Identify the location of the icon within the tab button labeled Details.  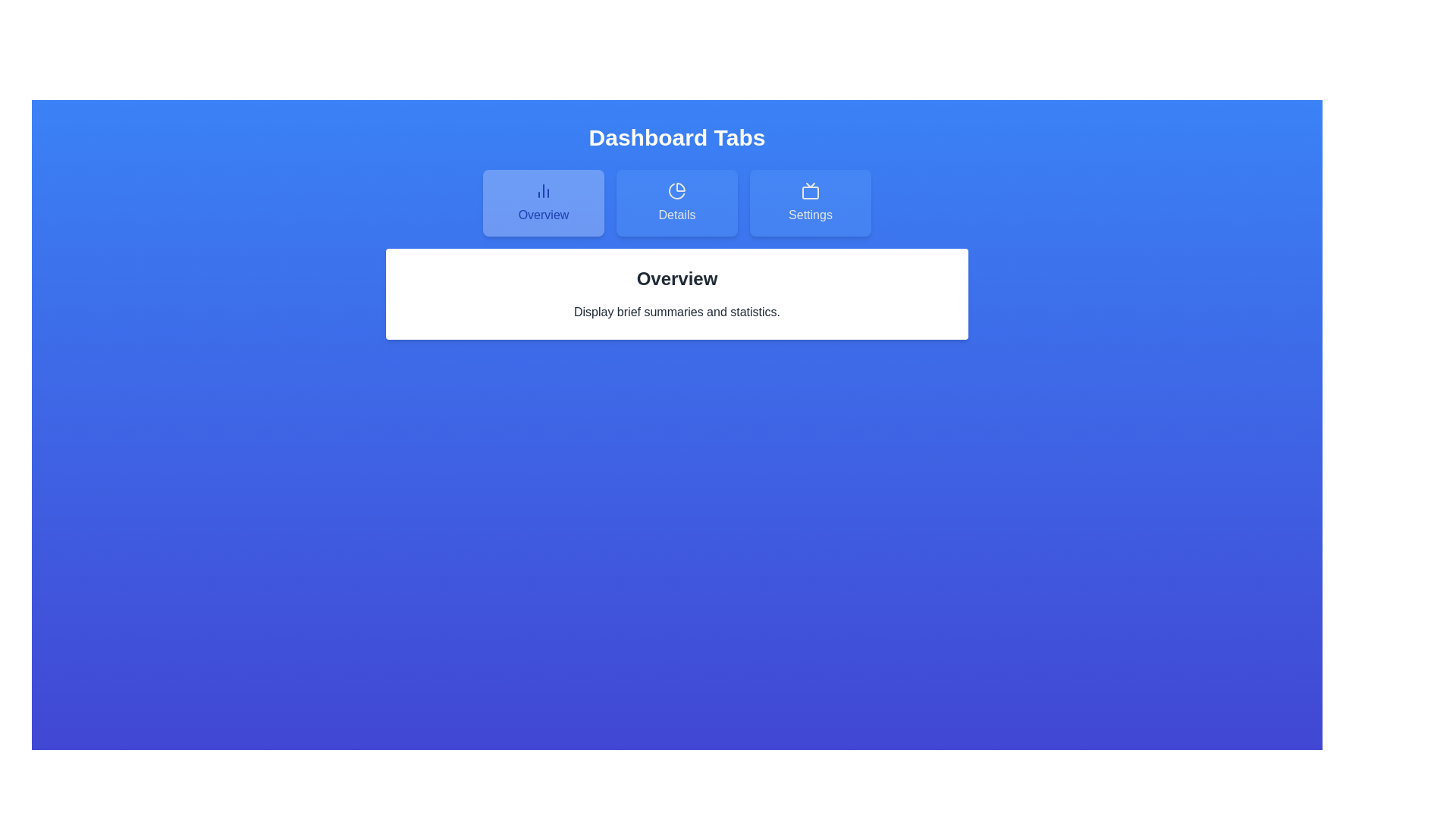
(676, 190).